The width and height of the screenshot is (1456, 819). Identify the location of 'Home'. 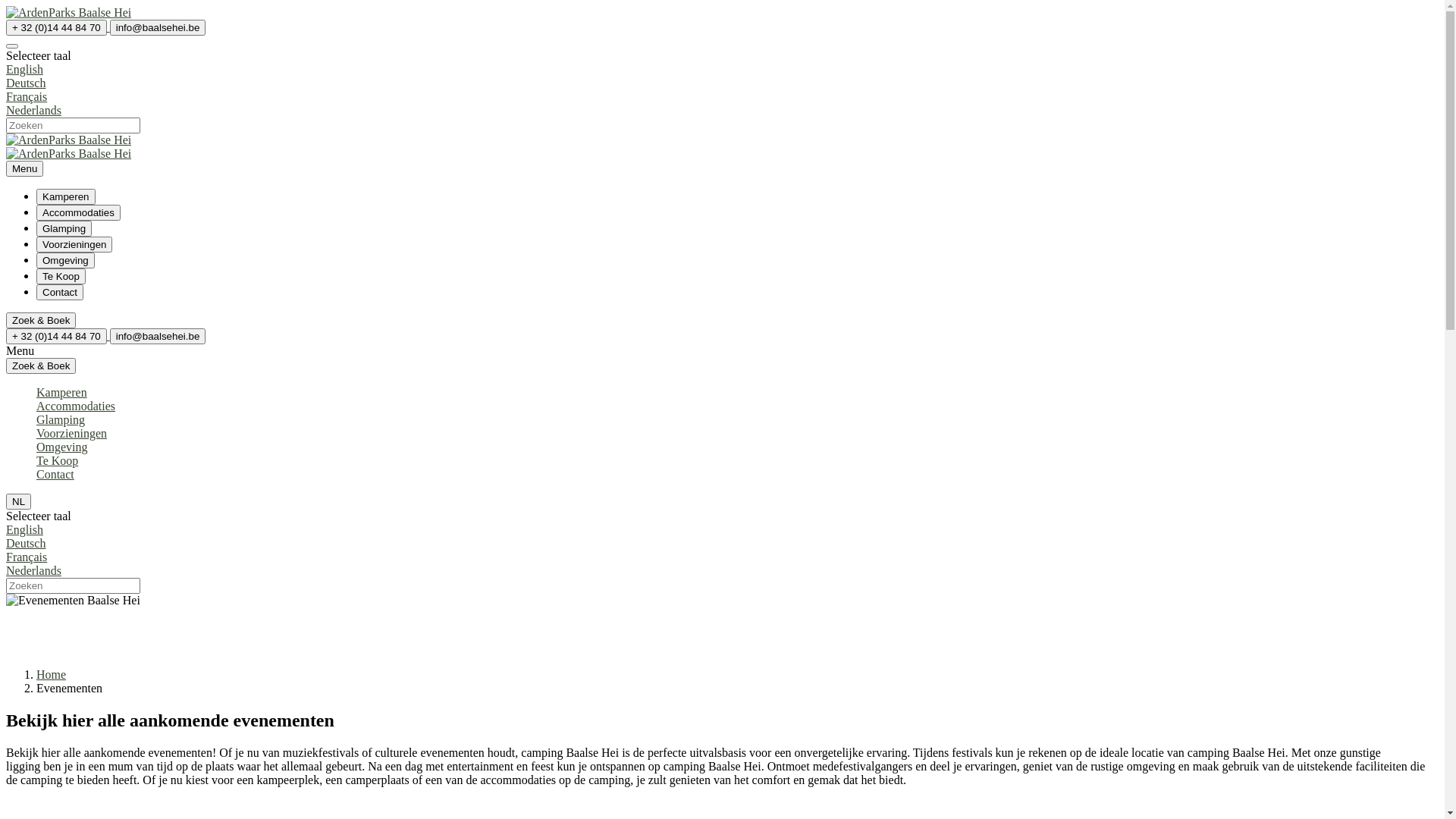
(51, 673).